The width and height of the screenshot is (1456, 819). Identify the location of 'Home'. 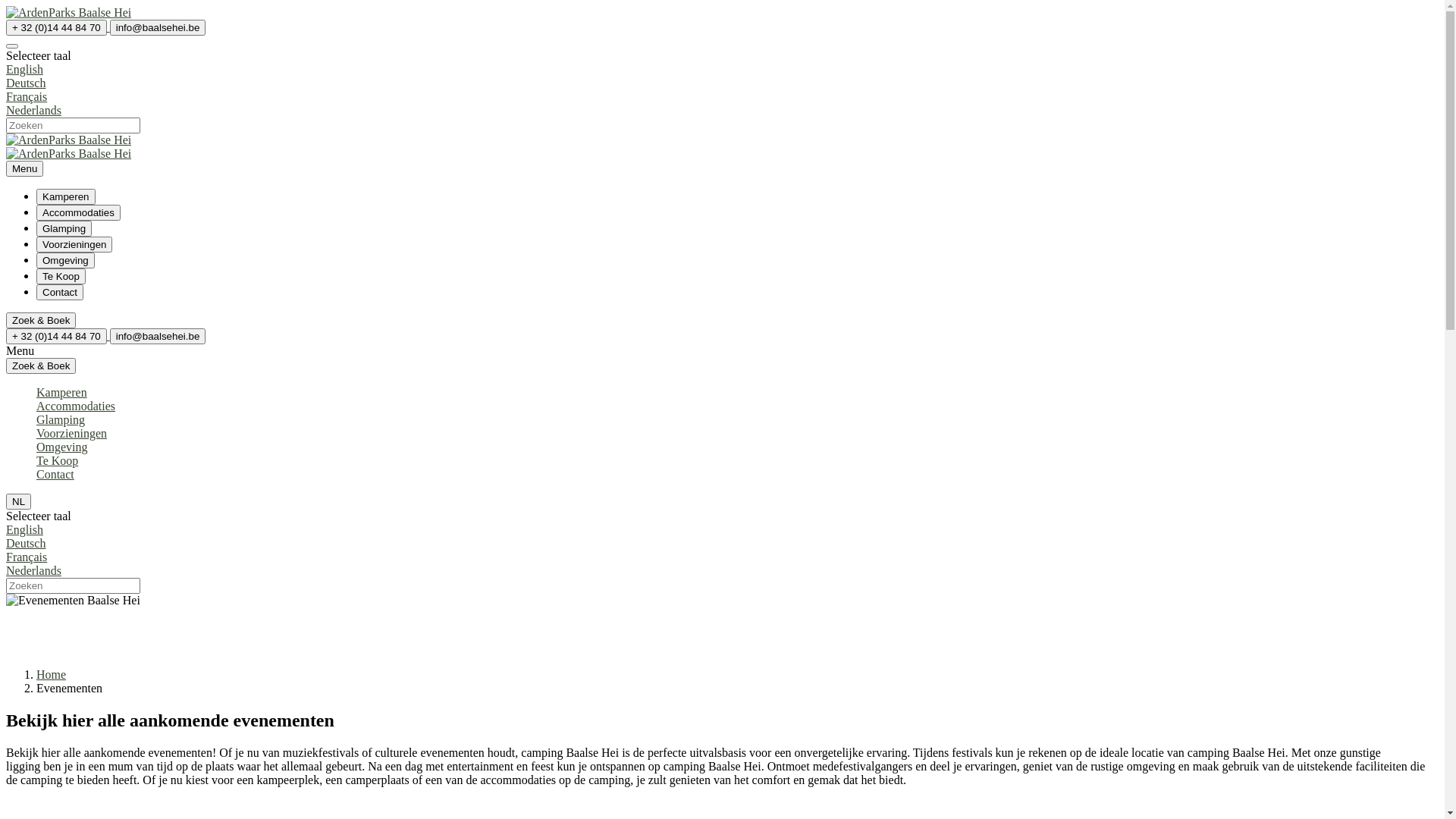
(51, 673).